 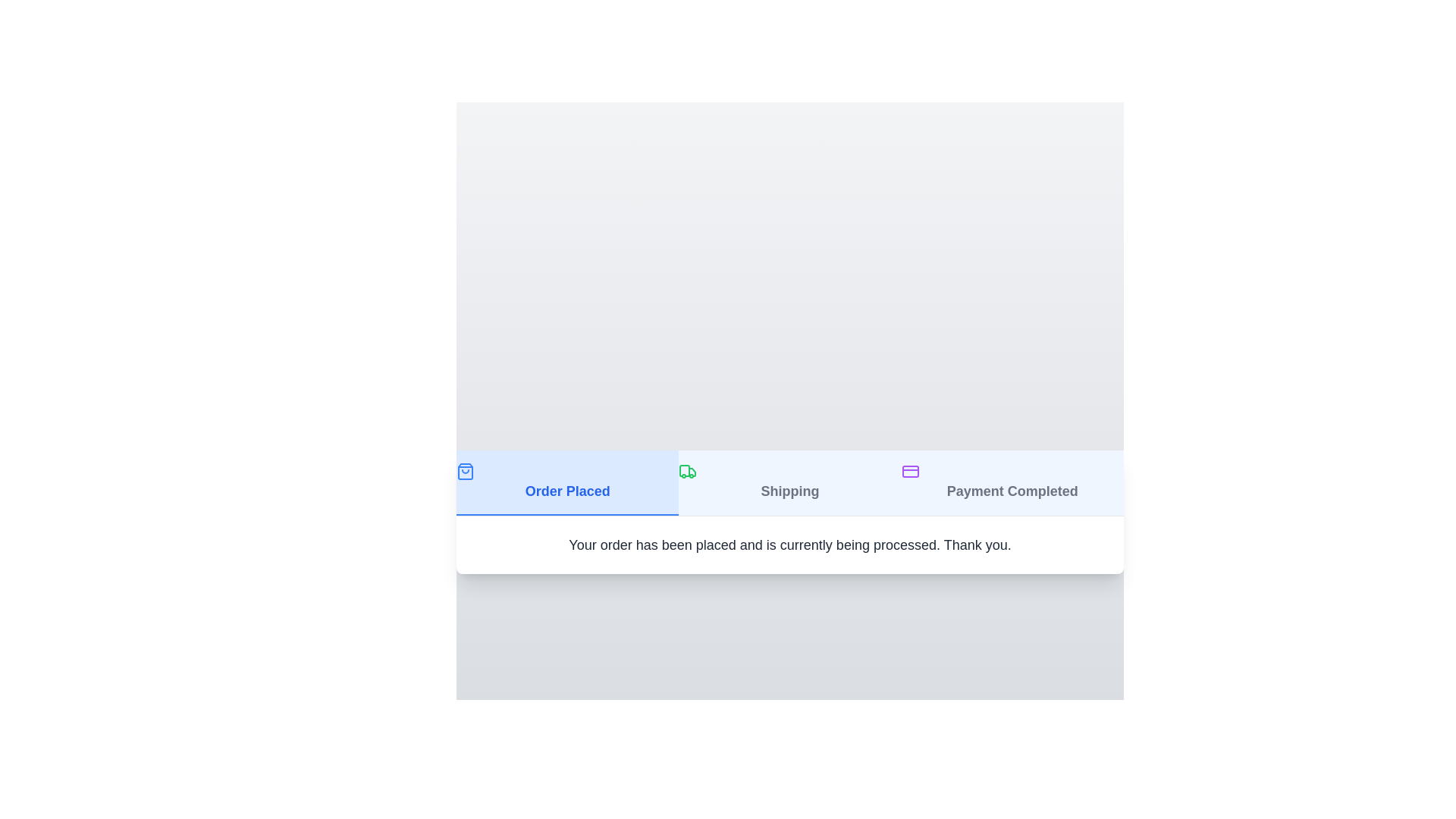 I want to click on the tab corresponding to Payment Completed, so click(x=1012, y=482).